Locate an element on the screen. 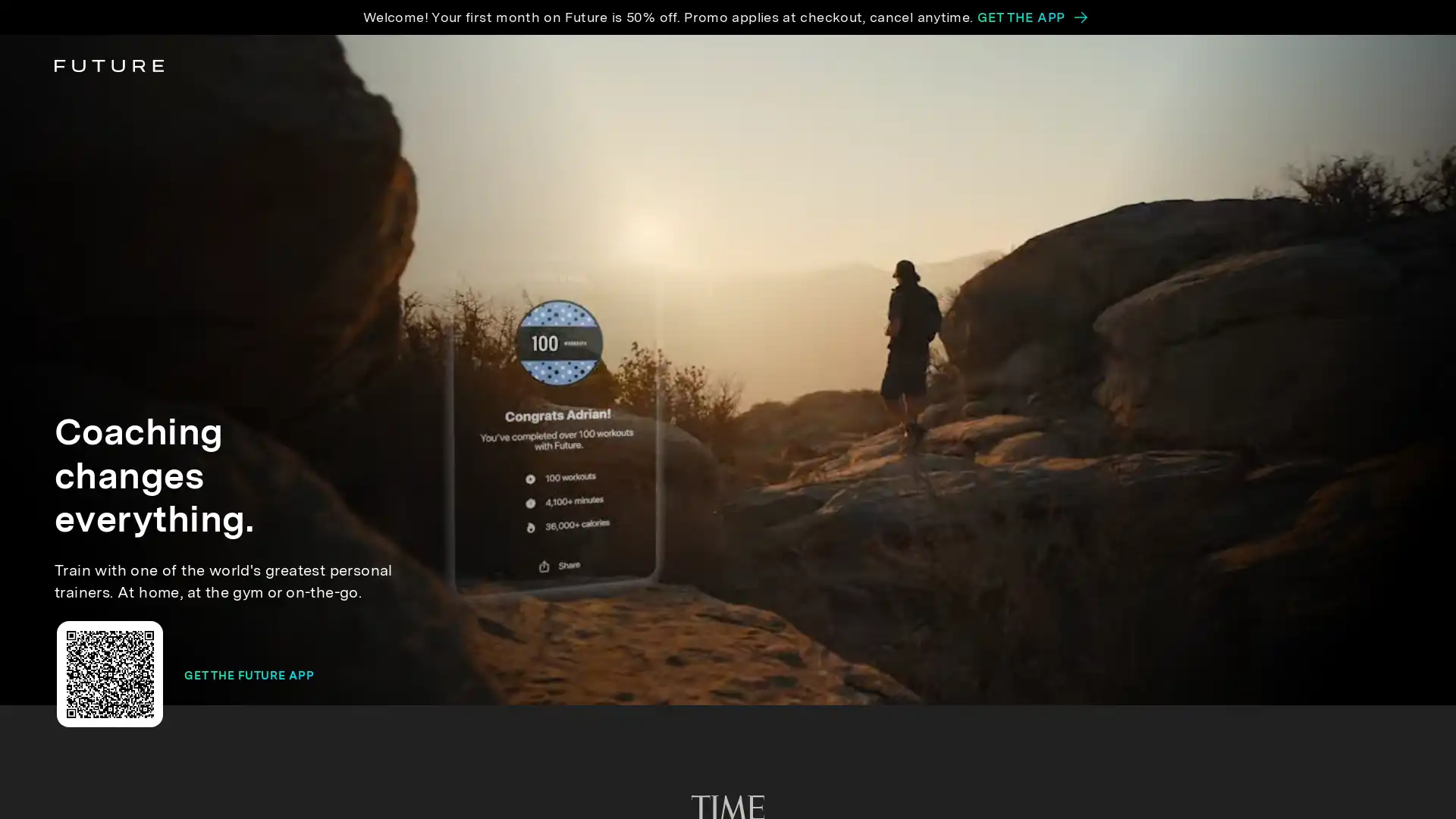 The height and width of the screenshot is (819, 1456). GET THE APP is located at coordinates (1031, 17).